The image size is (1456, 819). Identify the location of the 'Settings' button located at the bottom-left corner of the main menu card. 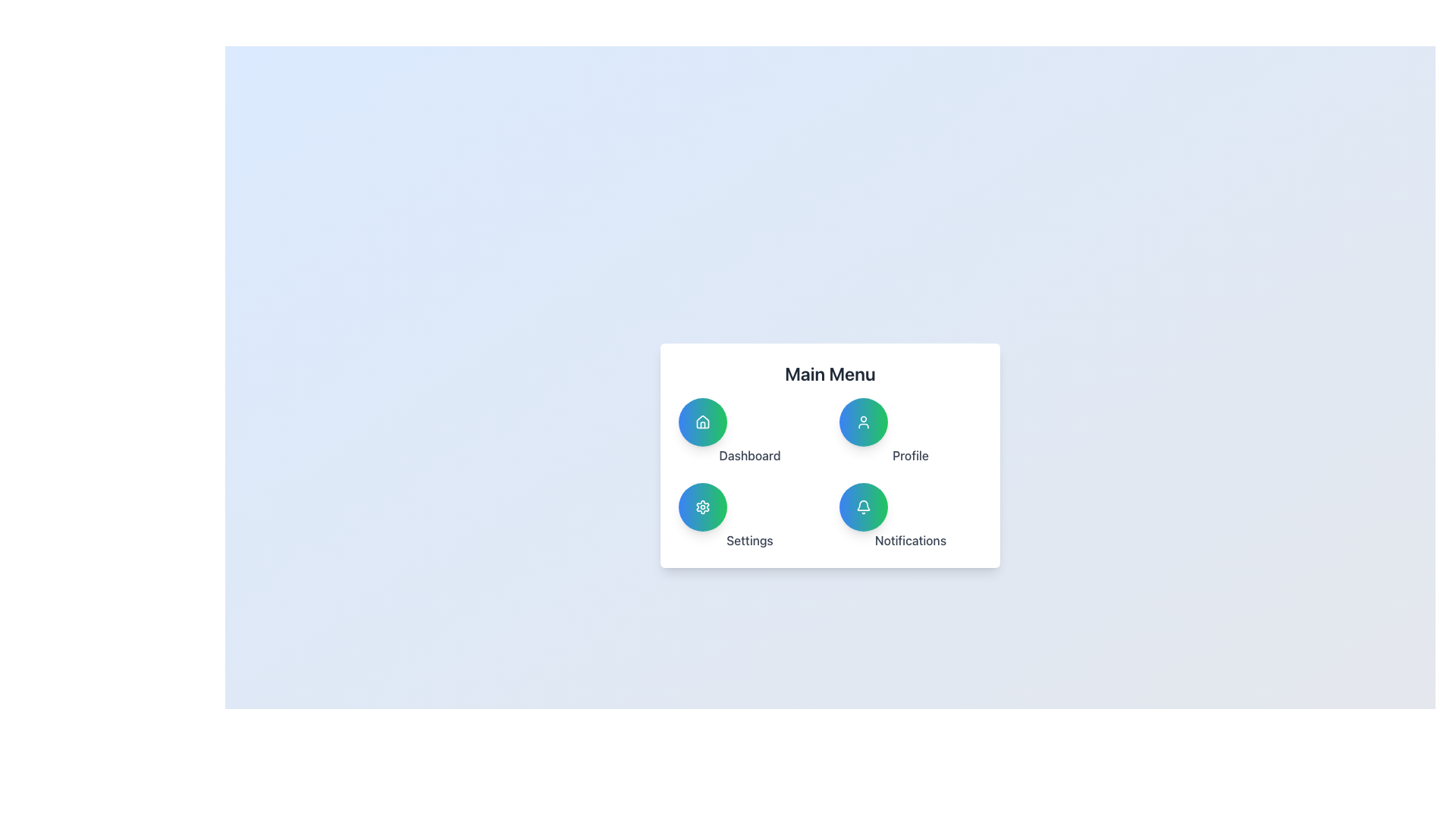
(749, 516).